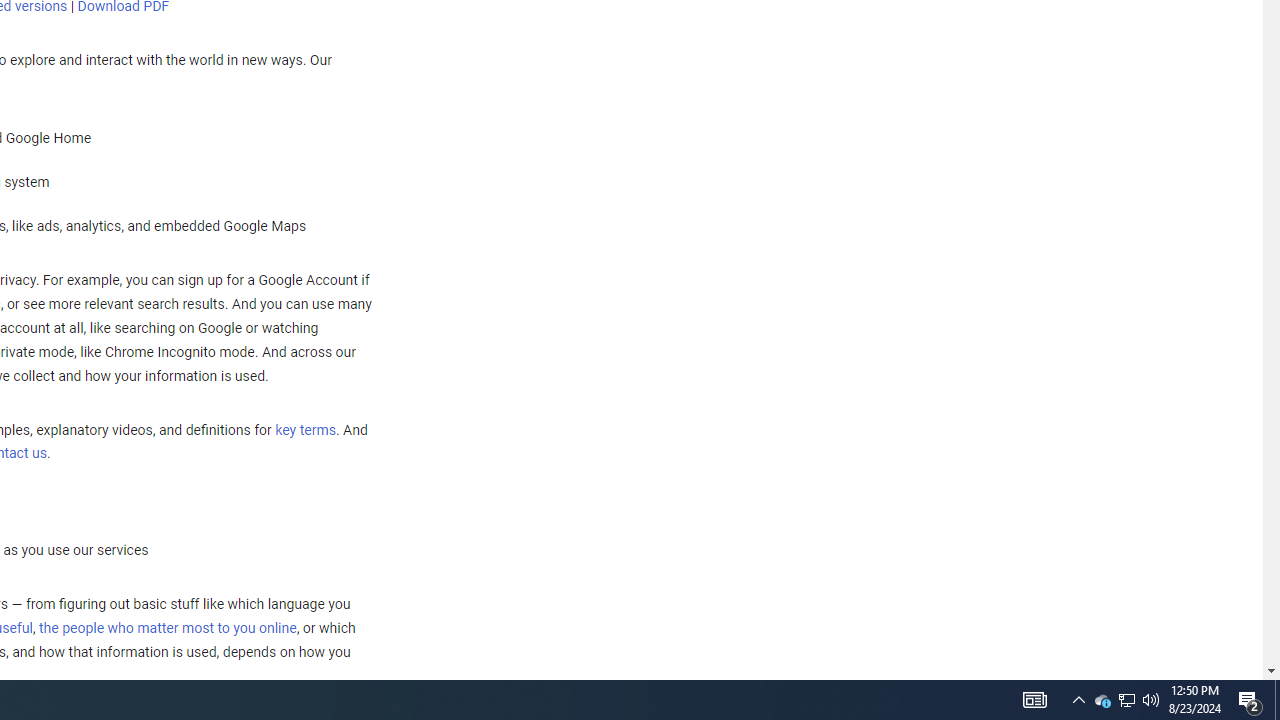  Describe the element at coordinates (167, 627) in the screenshot. I see `'the people who matter most to you online'` at that location.